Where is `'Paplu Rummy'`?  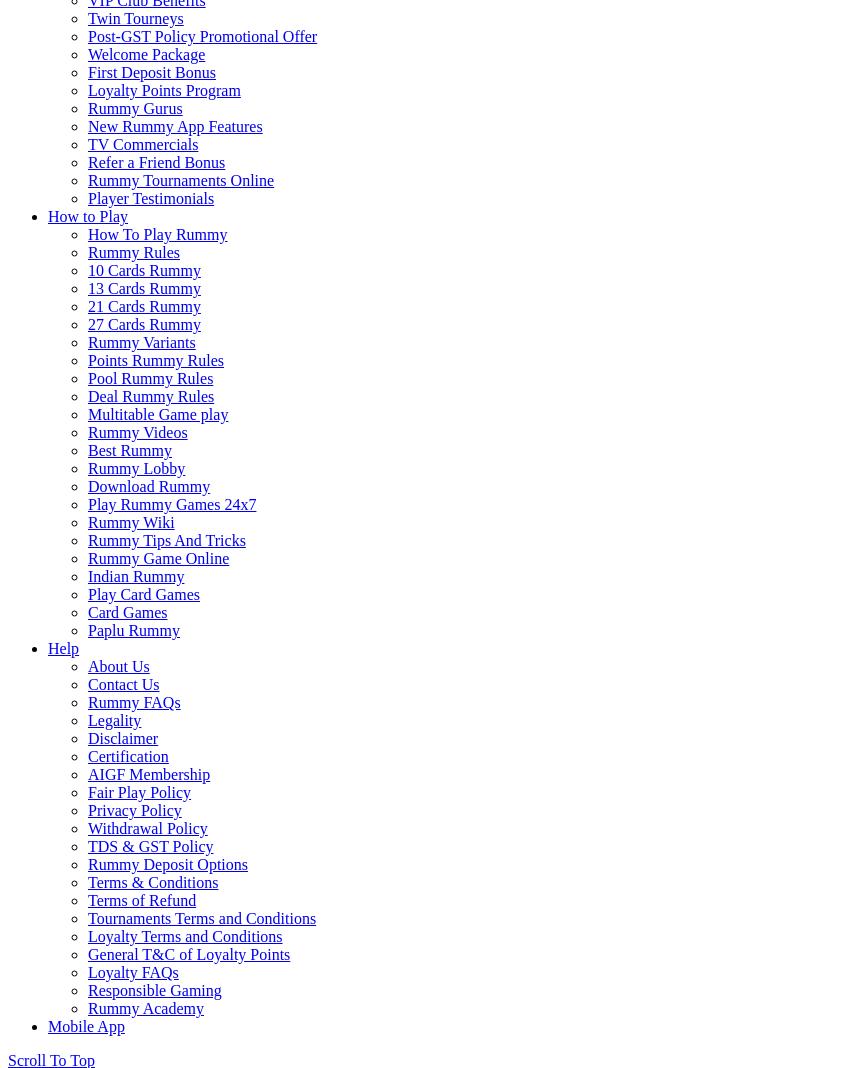
'Paplu Rummy' is located at coordinates (133, 629).